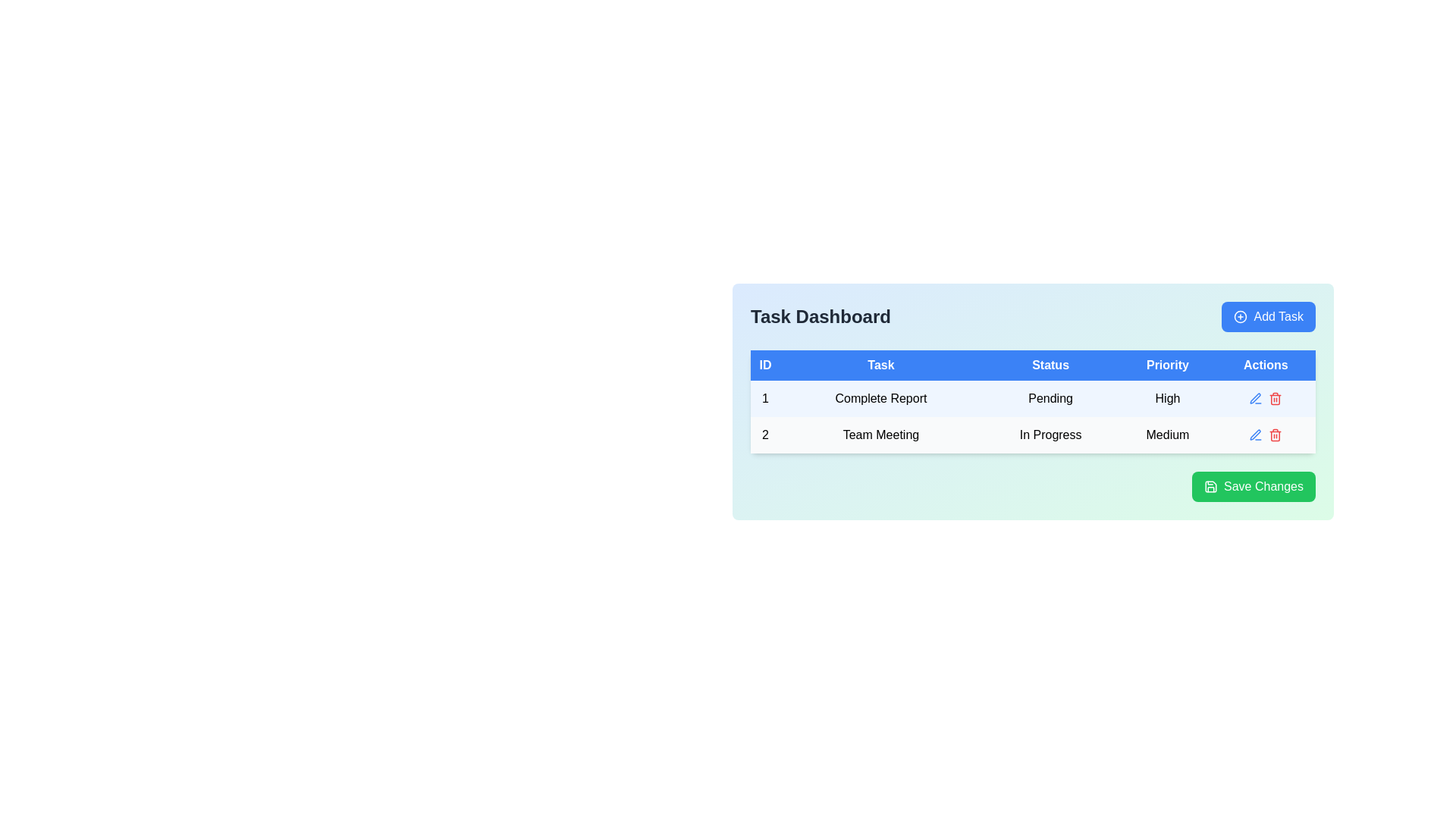  I want to click on the delete button located as the second icon in the 'Actions' column of the second row of the table, so click(1275, 435).